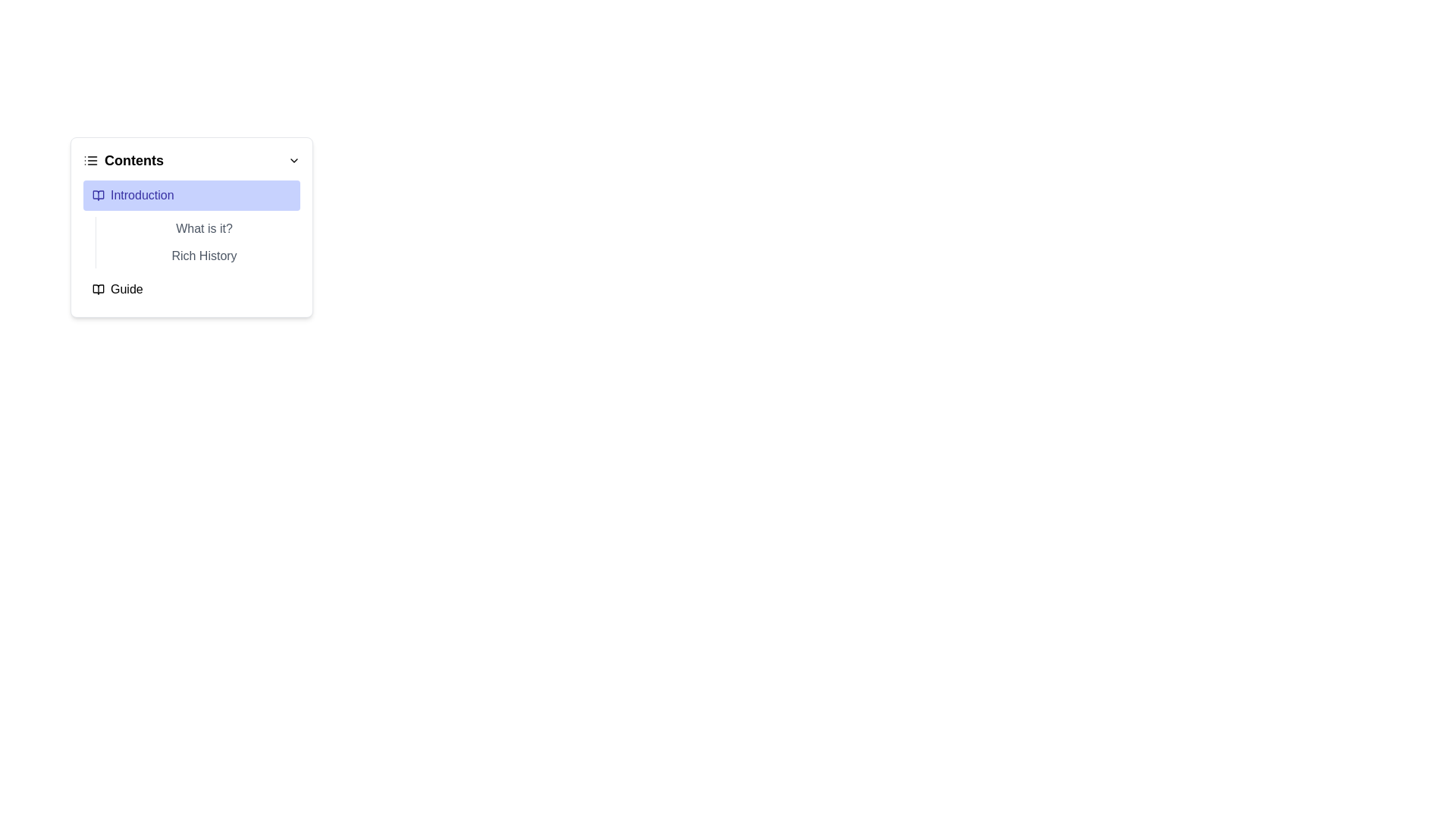  I want to click on the 'Contents' header text element which is styled in bold black and includes an icon of three horizontal lines, indicating it is a non-interactive label for a menu or section, so click(124, 161).